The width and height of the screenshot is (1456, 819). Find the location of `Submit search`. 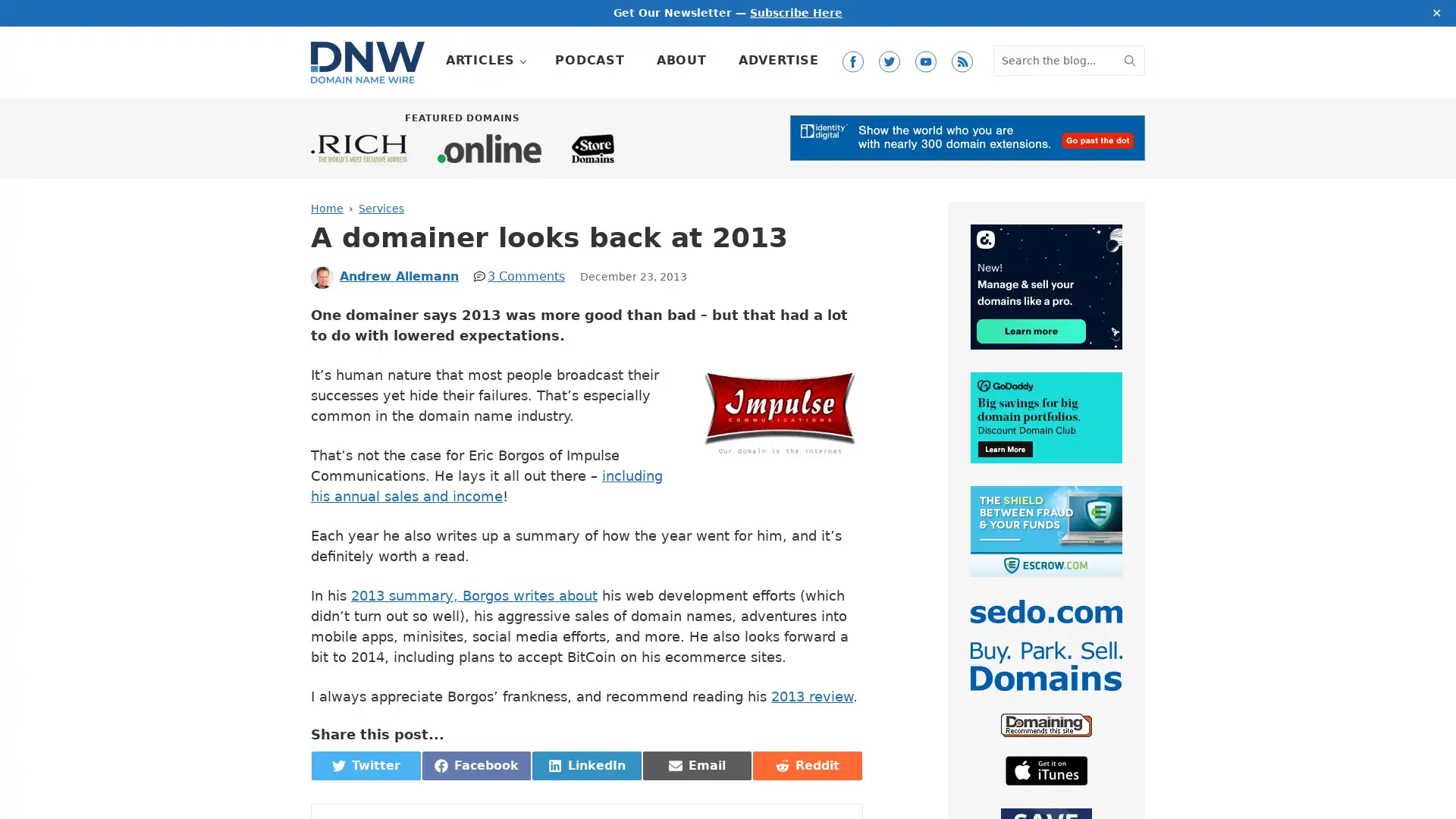

Submit search is located at coordinates (1129, 58).